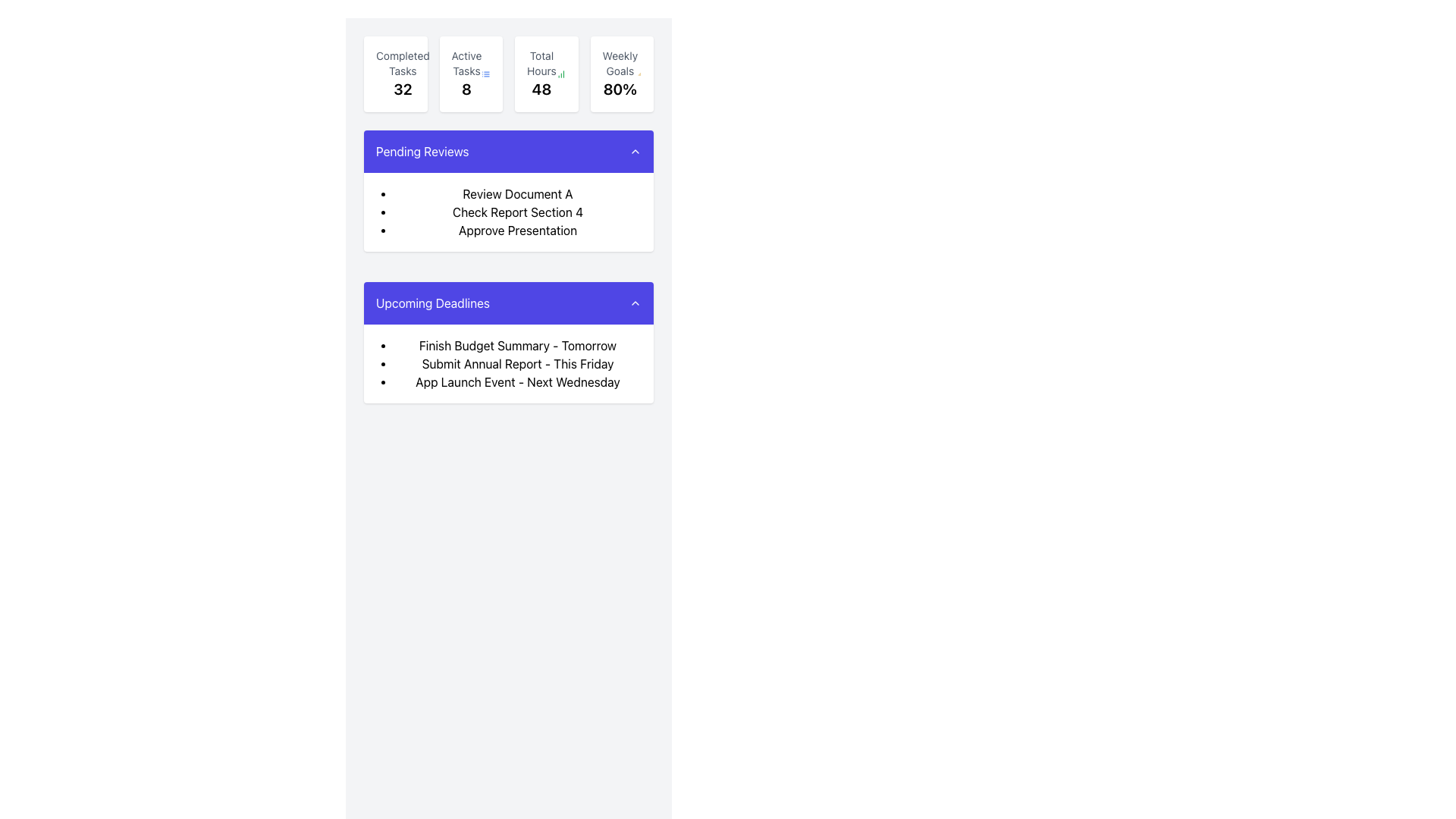  What do you see at coordinates (517, 345) in the screenshot?
I see `the first item in the bullet-point list under the 'Upcoming Deadlines' heading, which displays an itemized task deadline` at bounding box center [517, 345].